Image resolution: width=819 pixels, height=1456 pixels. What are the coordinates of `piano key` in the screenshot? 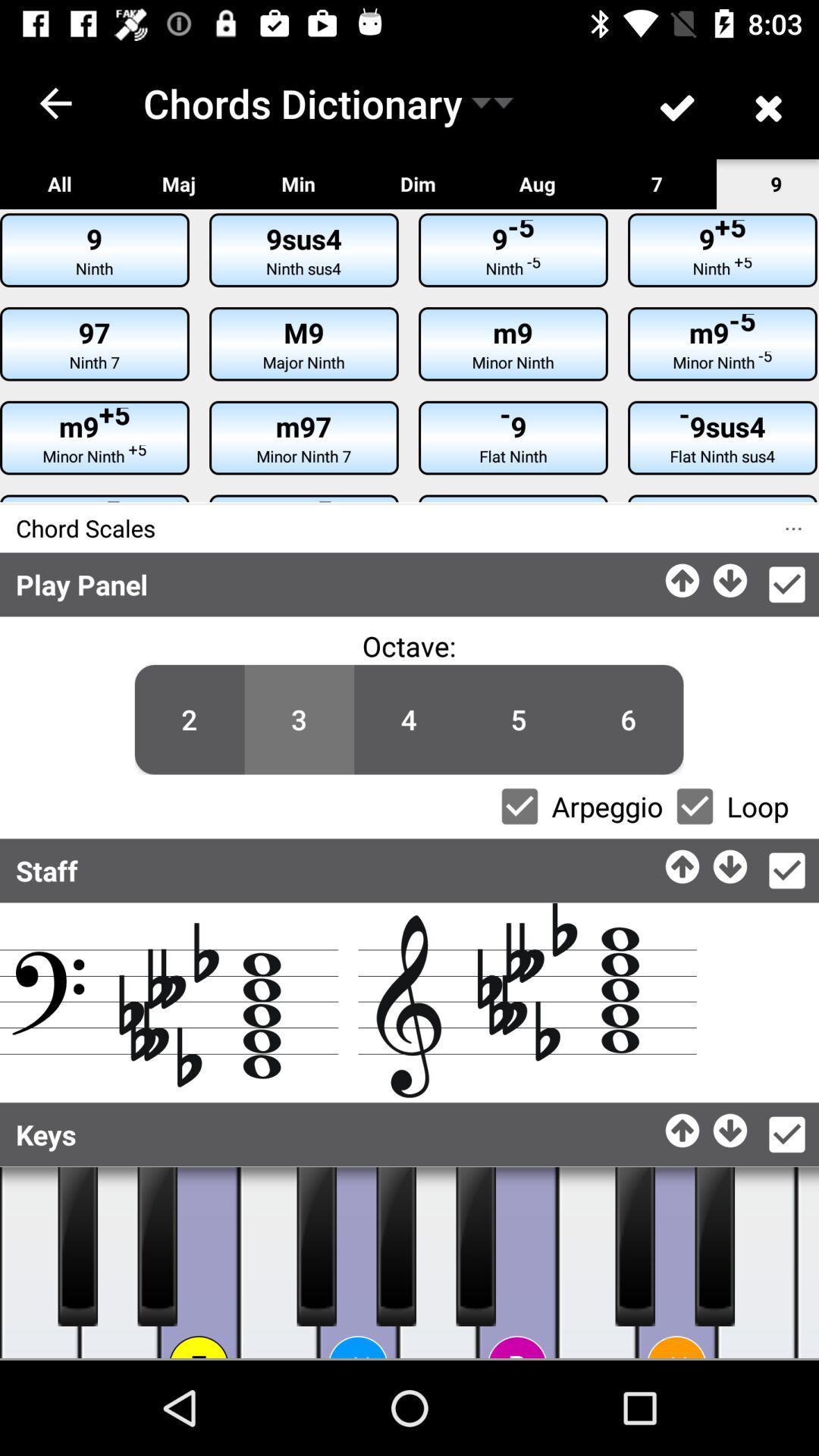 It's located at (516, 1263).